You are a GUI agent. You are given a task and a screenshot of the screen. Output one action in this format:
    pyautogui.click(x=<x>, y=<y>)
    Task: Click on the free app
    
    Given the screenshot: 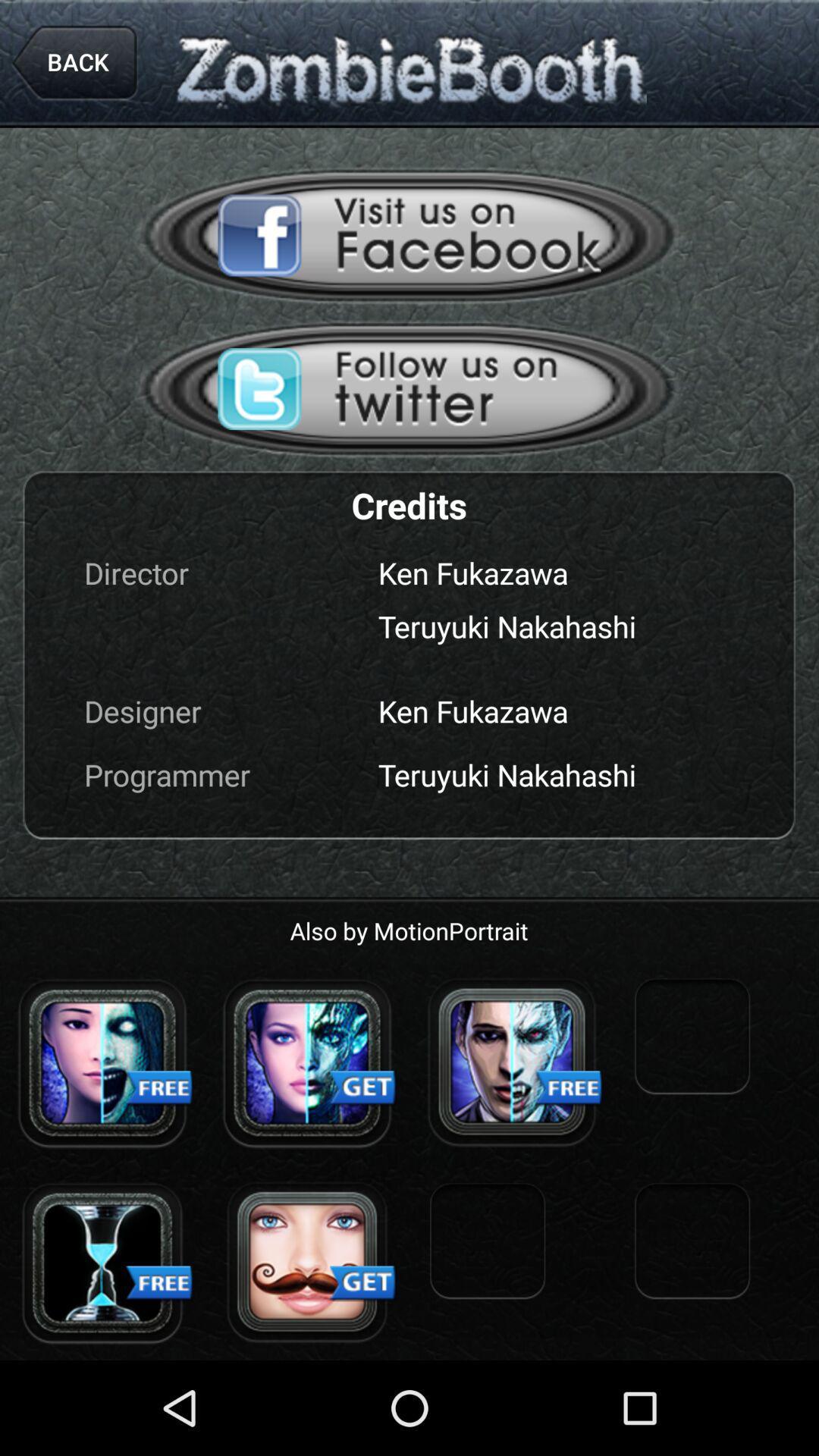 What is the action you would take?
    pyautogui.click(x=512, y=1062)
    